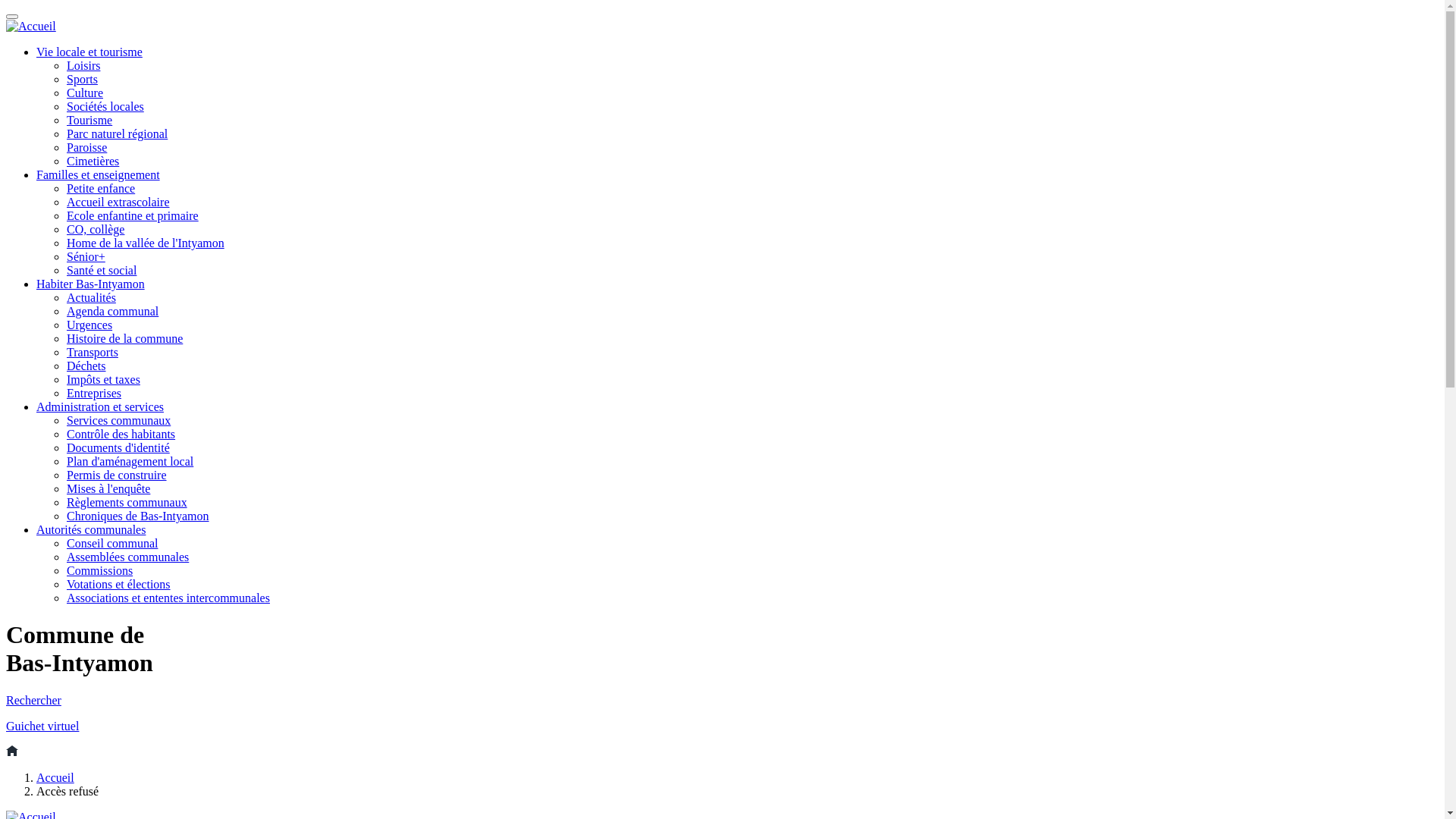 Image resolution: width=1456 pixels, height=819 pixels. Describe the element at coordinates (83, 93) in the screenshot. I see `'Culture'` at that location.